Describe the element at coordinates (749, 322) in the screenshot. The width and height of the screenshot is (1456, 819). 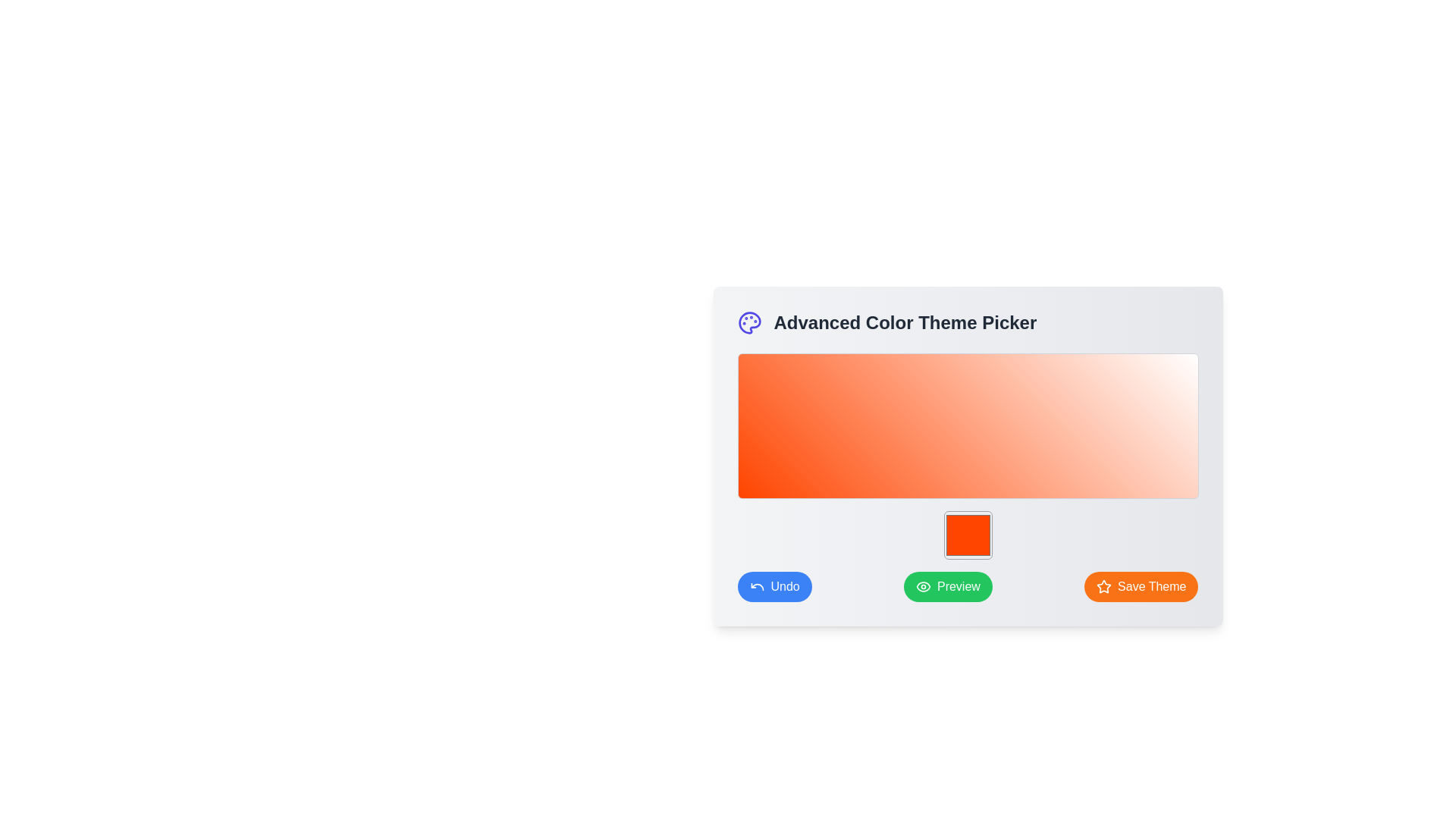
I see `the indigo-colored palette icon with five circular spots located to the left of the 'Advanced Color Theme Picker' text in the header` at that location.